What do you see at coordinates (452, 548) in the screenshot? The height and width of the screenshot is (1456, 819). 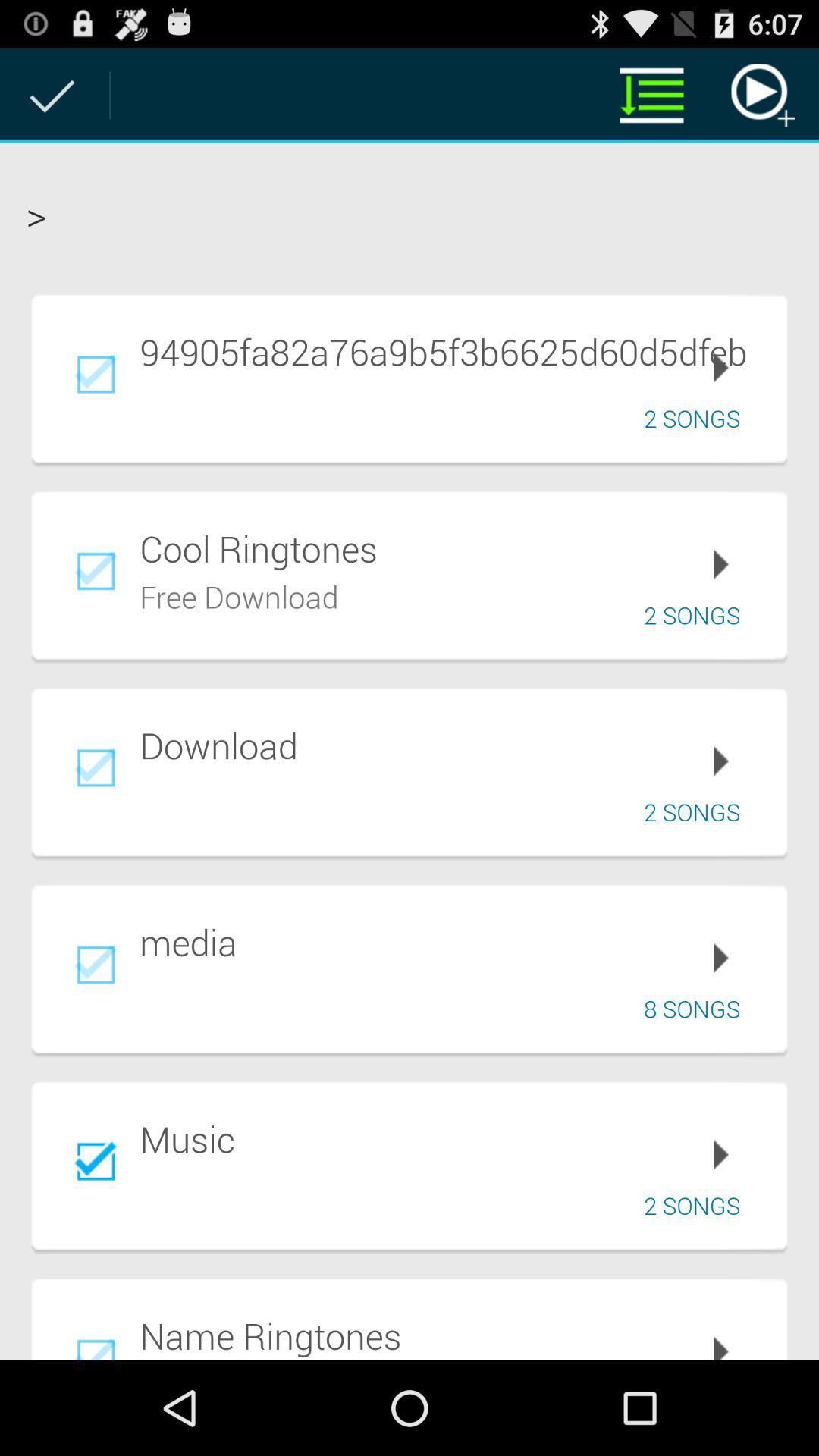 I see `cool ringtones` at bounding box center [452, 548].